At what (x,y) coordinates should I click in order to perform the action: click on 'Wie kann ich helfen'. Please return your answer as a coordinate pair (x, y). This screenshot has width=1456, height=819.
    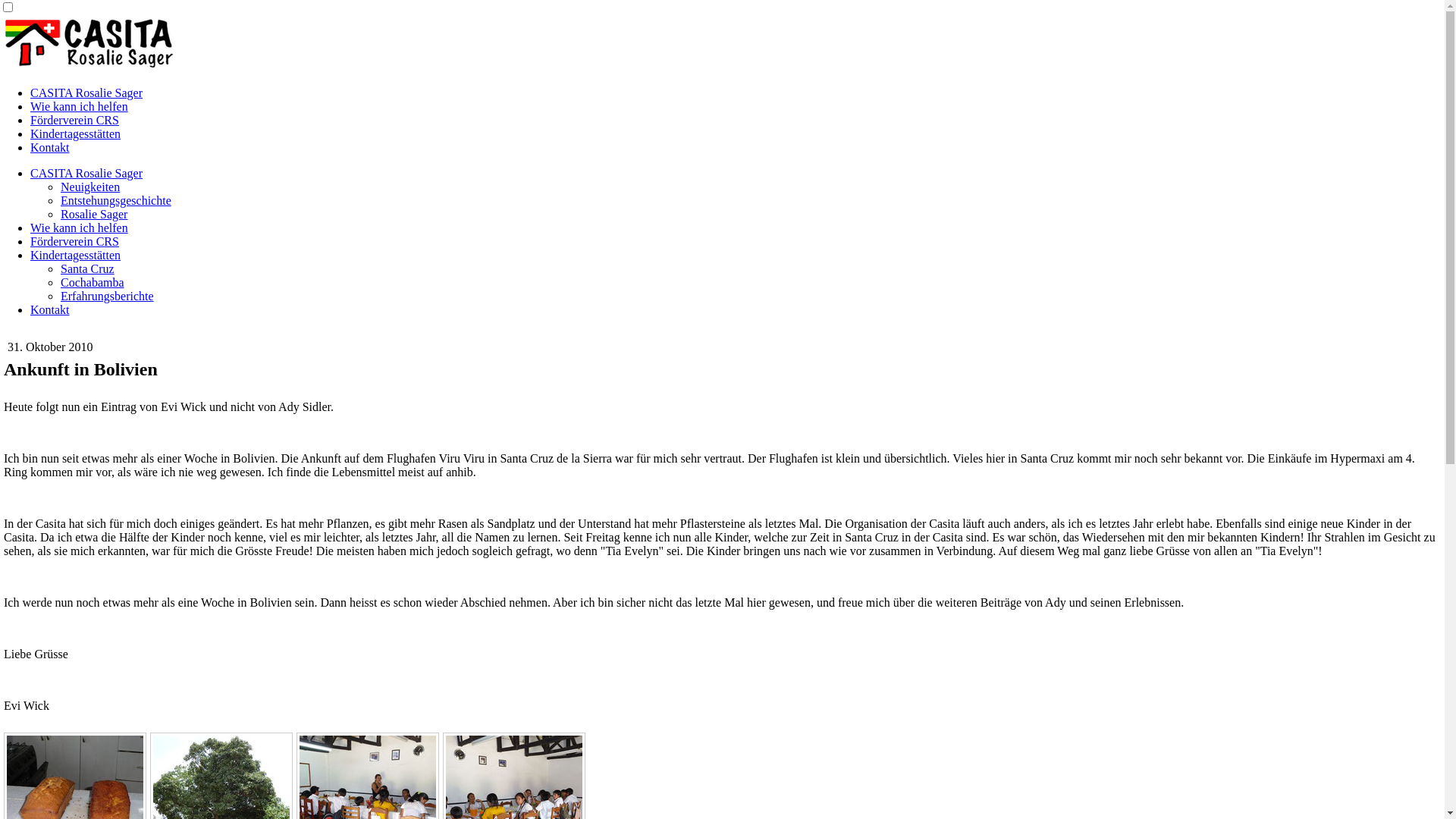
    Looking at the image, I should click on (30, 227).